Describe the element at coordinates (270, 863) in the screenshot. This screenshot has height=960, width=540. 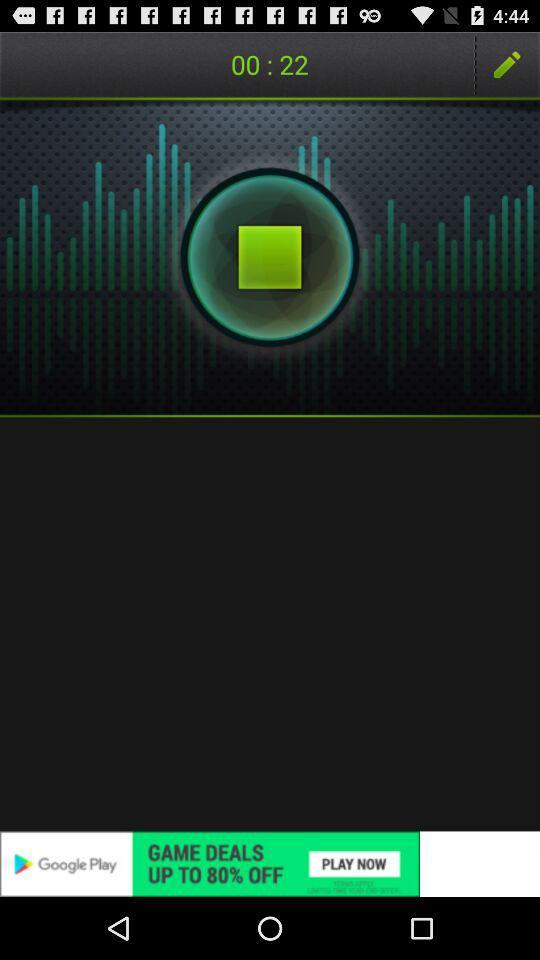
I see `advertisement 's website` at that location.